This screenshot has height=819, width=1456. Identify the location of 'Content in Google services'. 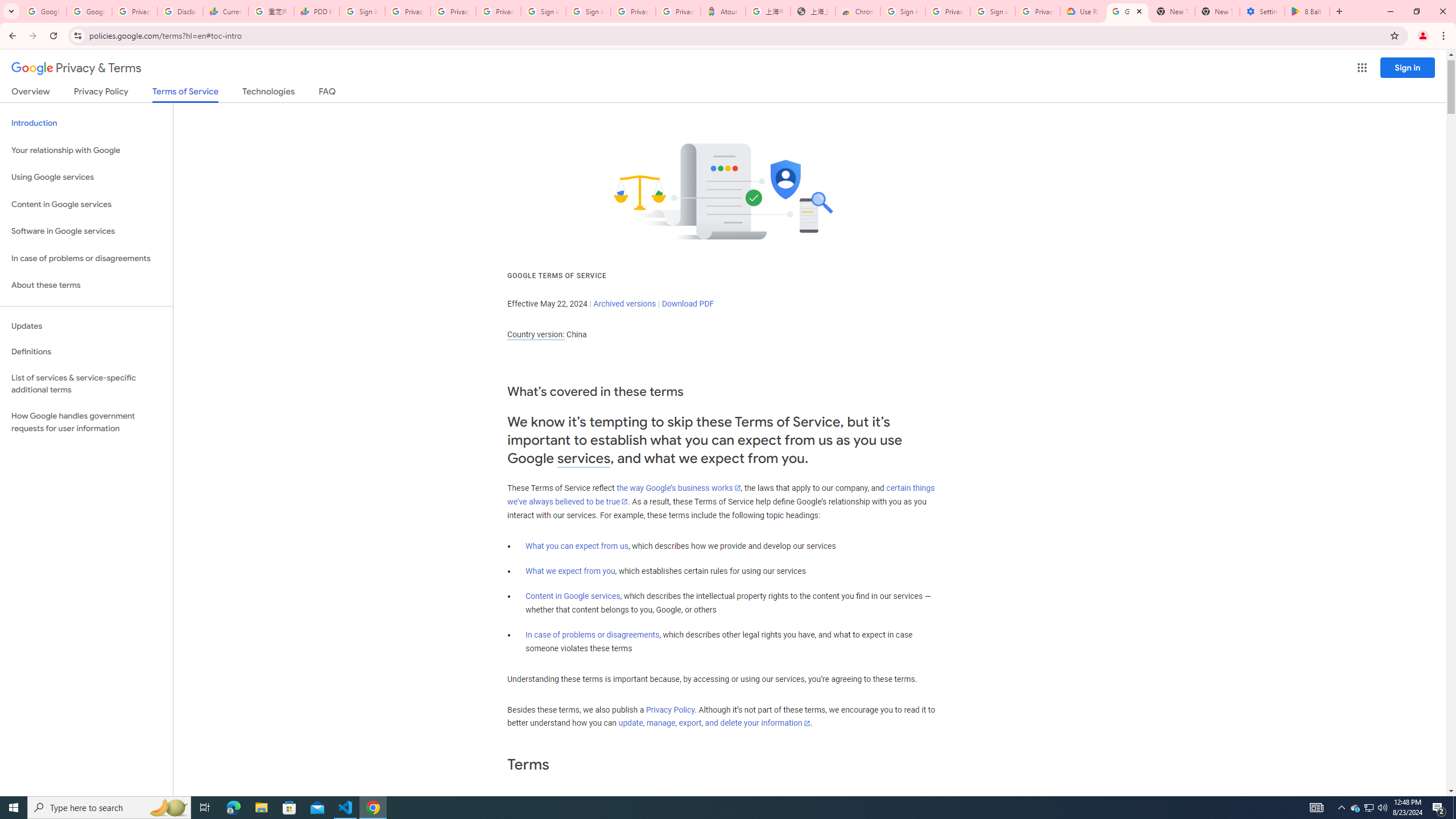
(572, 596).